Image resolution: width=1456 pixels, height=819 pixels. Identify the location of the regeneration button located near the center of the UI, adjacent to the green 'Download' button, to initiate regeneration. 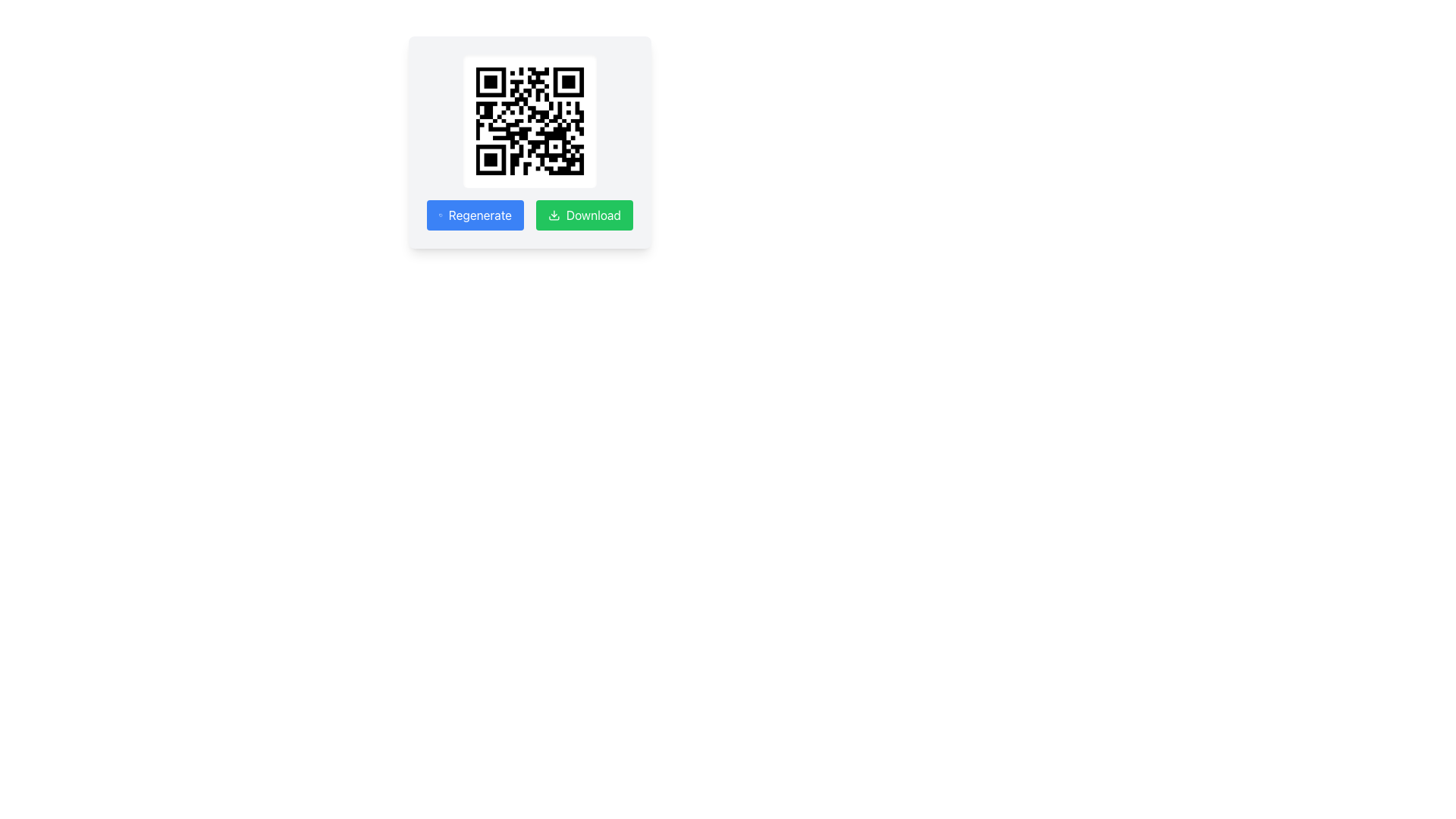
(475, 215).